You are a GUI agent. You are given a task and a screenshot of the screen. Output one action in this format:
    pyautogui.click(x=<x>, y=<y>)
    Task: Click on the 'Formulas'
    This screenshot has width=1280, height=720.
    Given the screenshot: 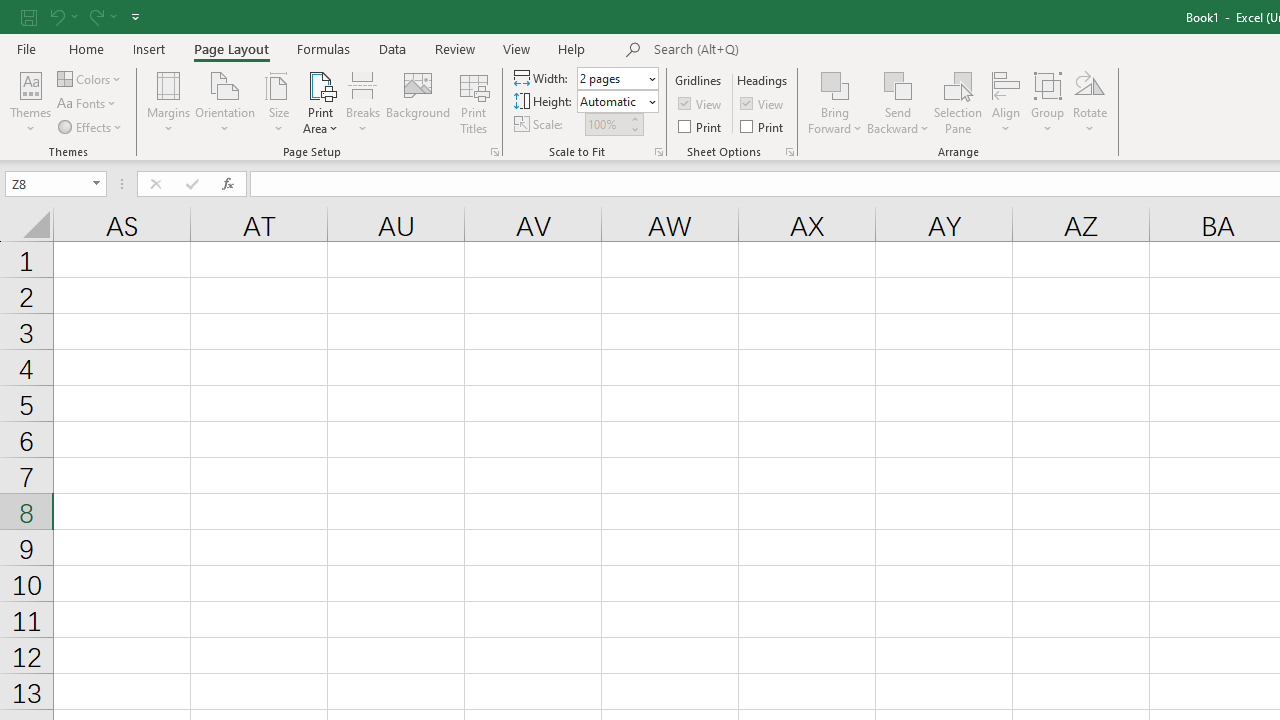 What is the action you would take?
    pyautogui.click(x=323, y=48)
    